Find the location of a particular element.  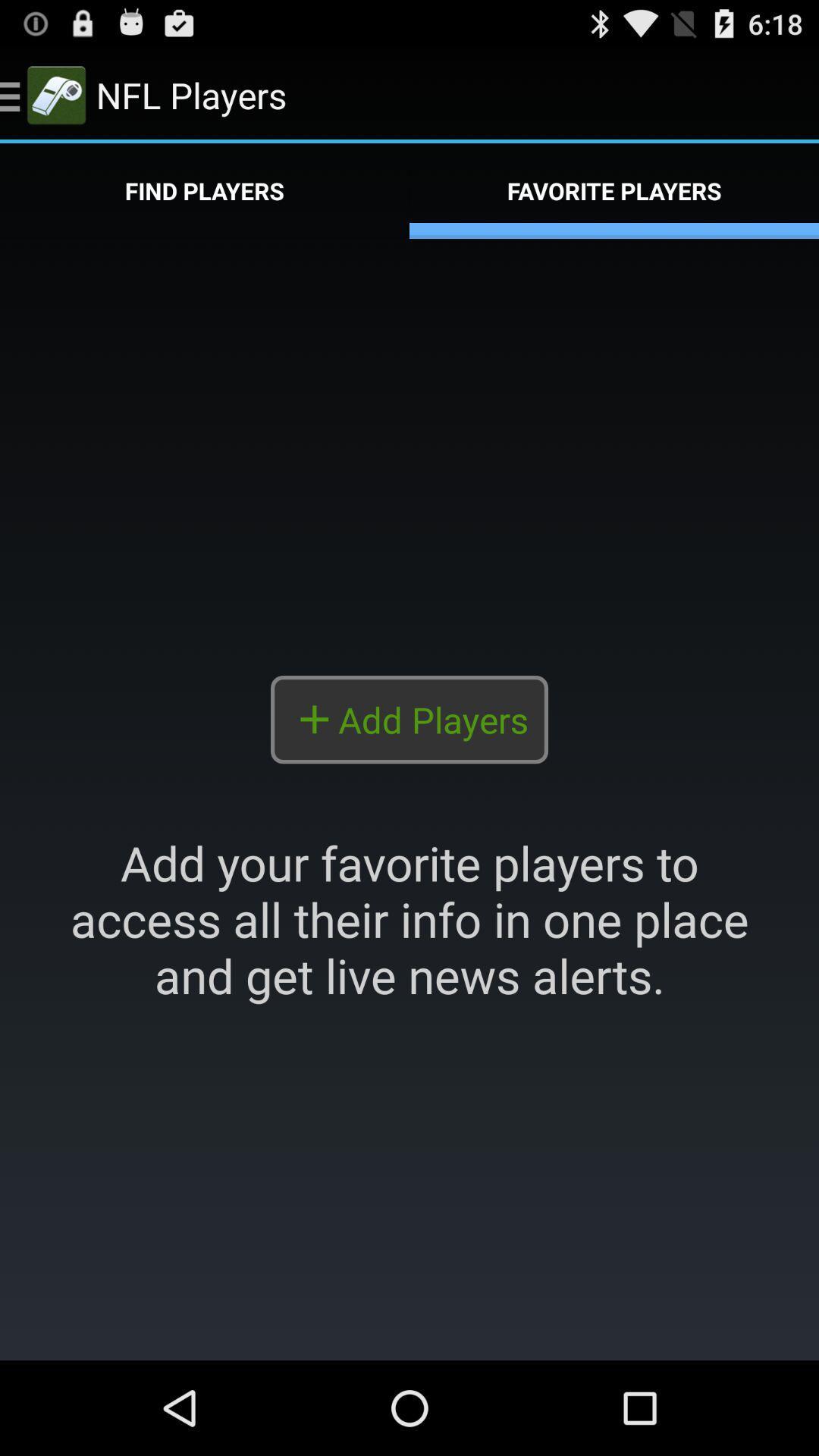

new players is located at coordinates (409, 799).